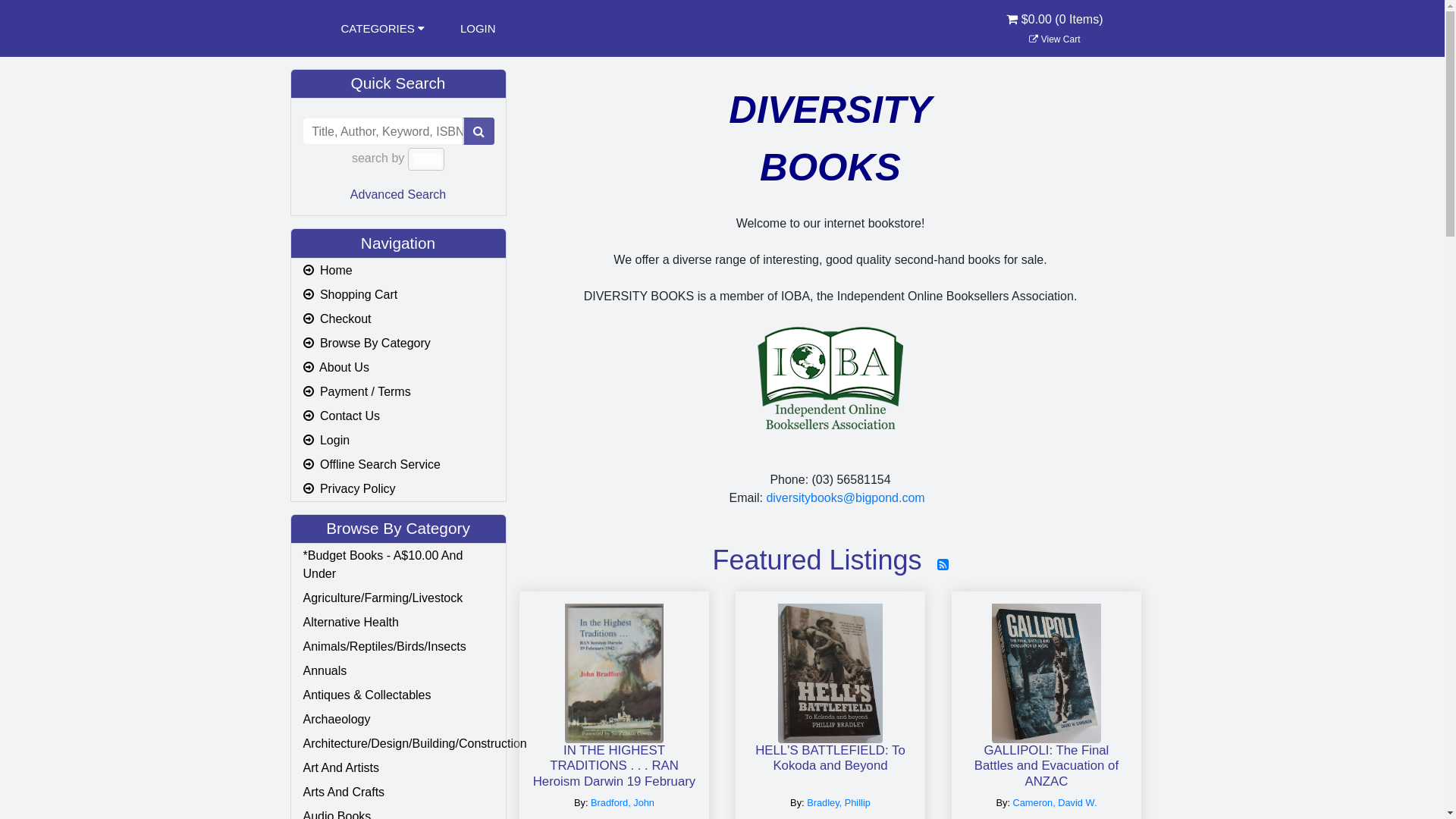 The image size is (1456, 819). I want to click on 'Annuals', so click(398, 670).